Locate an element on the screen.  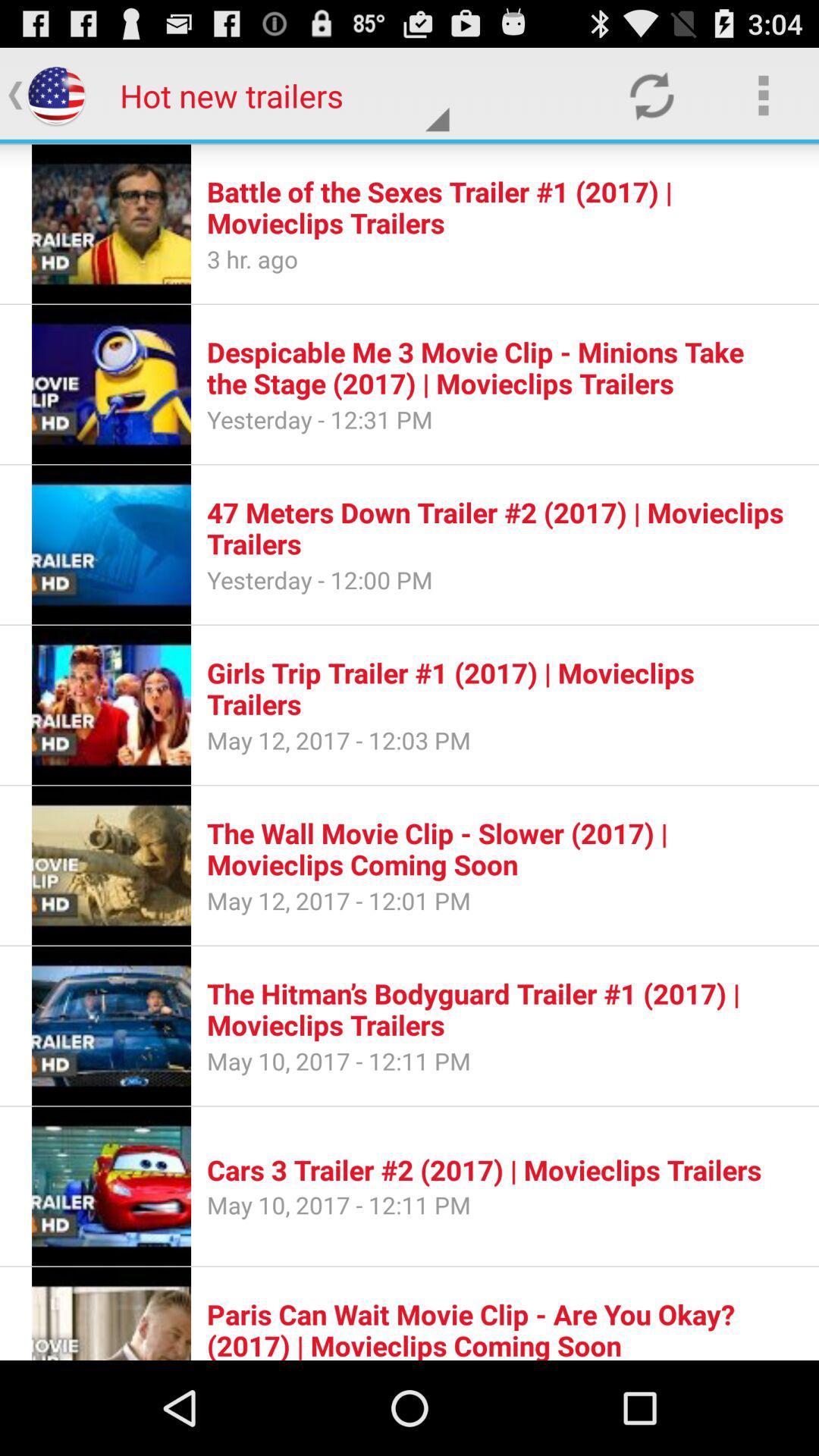
app above the battle of the app is located at coordinates (651, 94).